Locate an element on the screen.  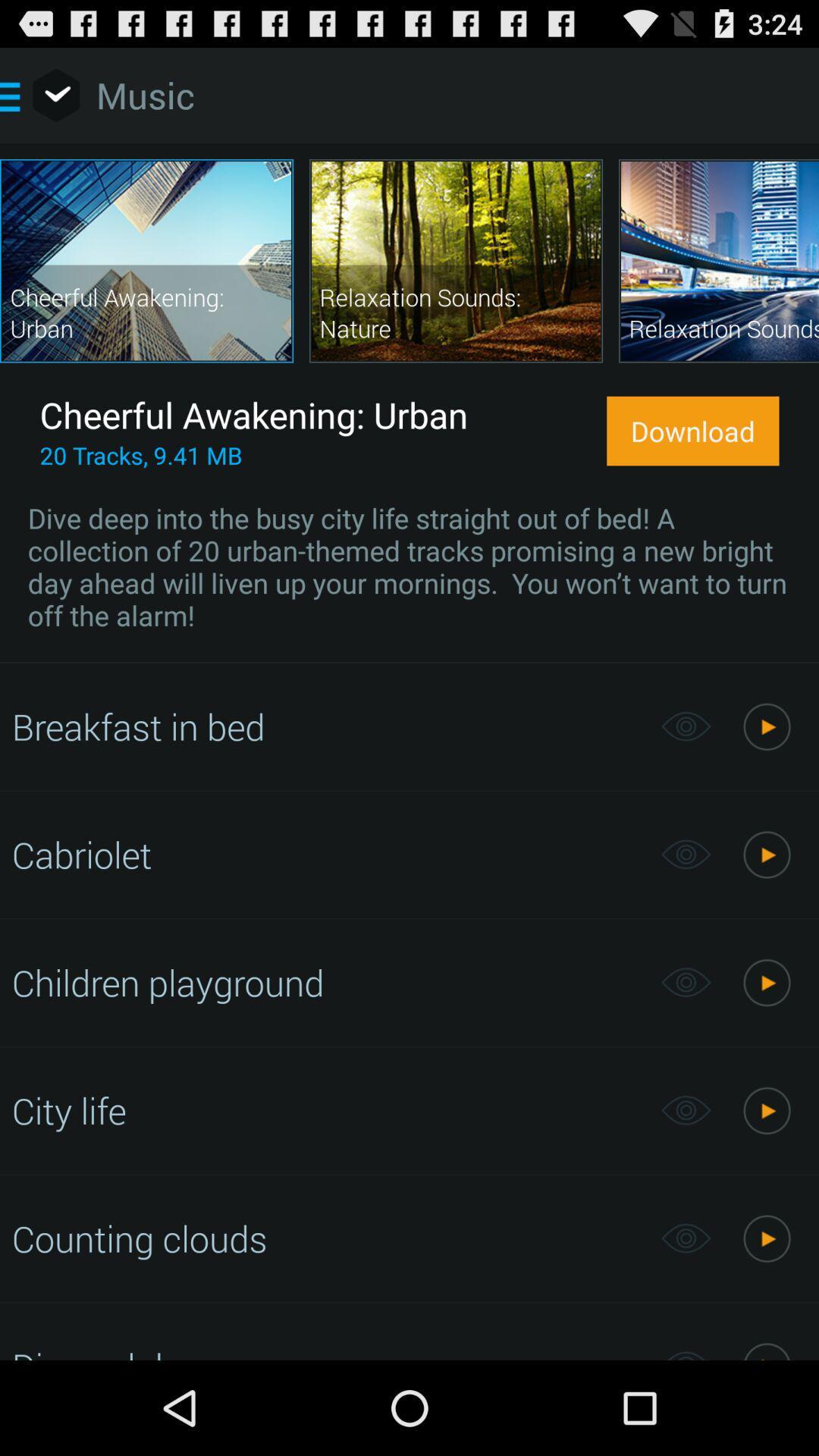
icon below the 20 tracks 9 is located at coordinates (409, 566).